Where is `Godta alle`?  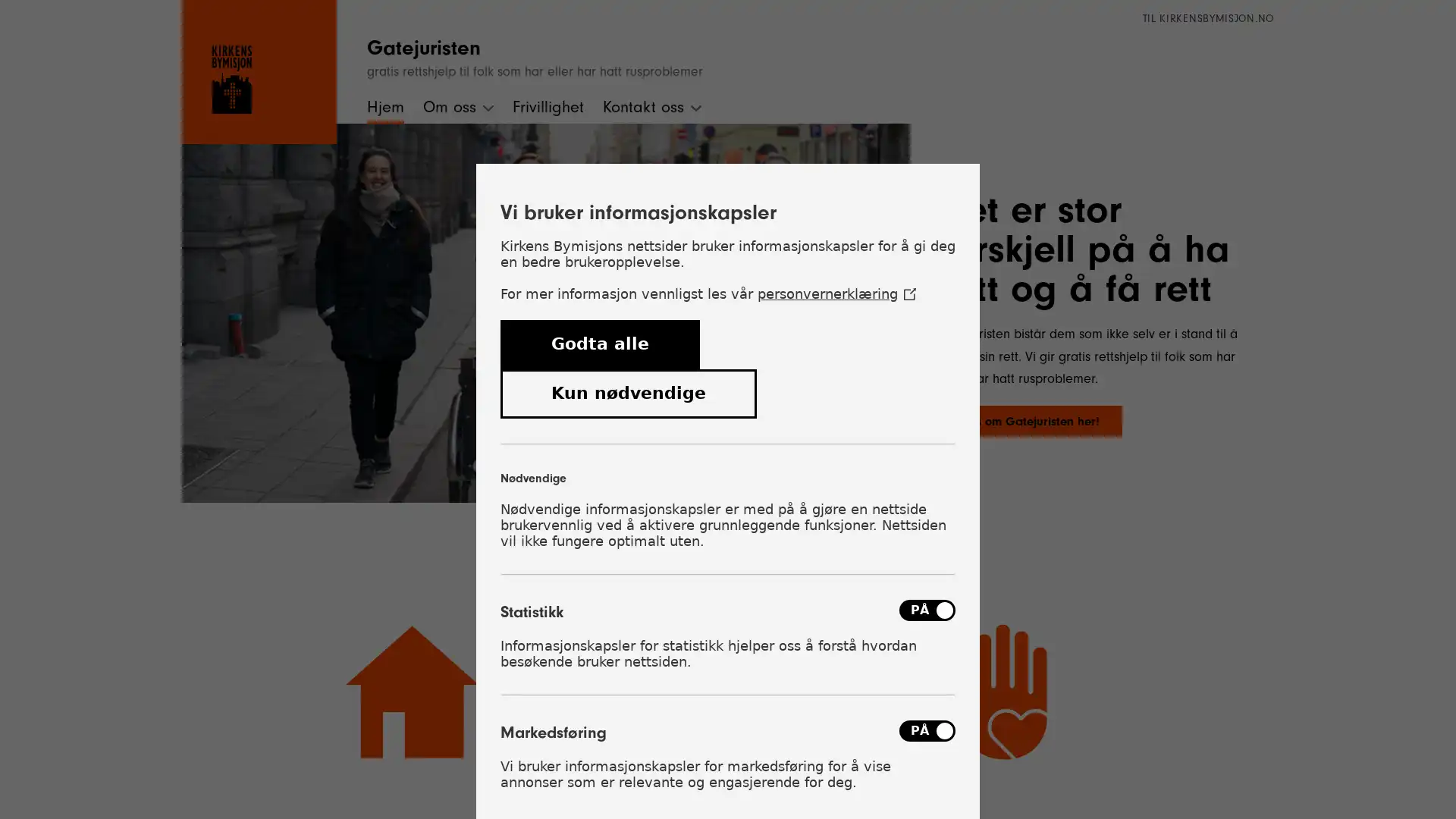
Godta alle is located at coordinates (599, 344).